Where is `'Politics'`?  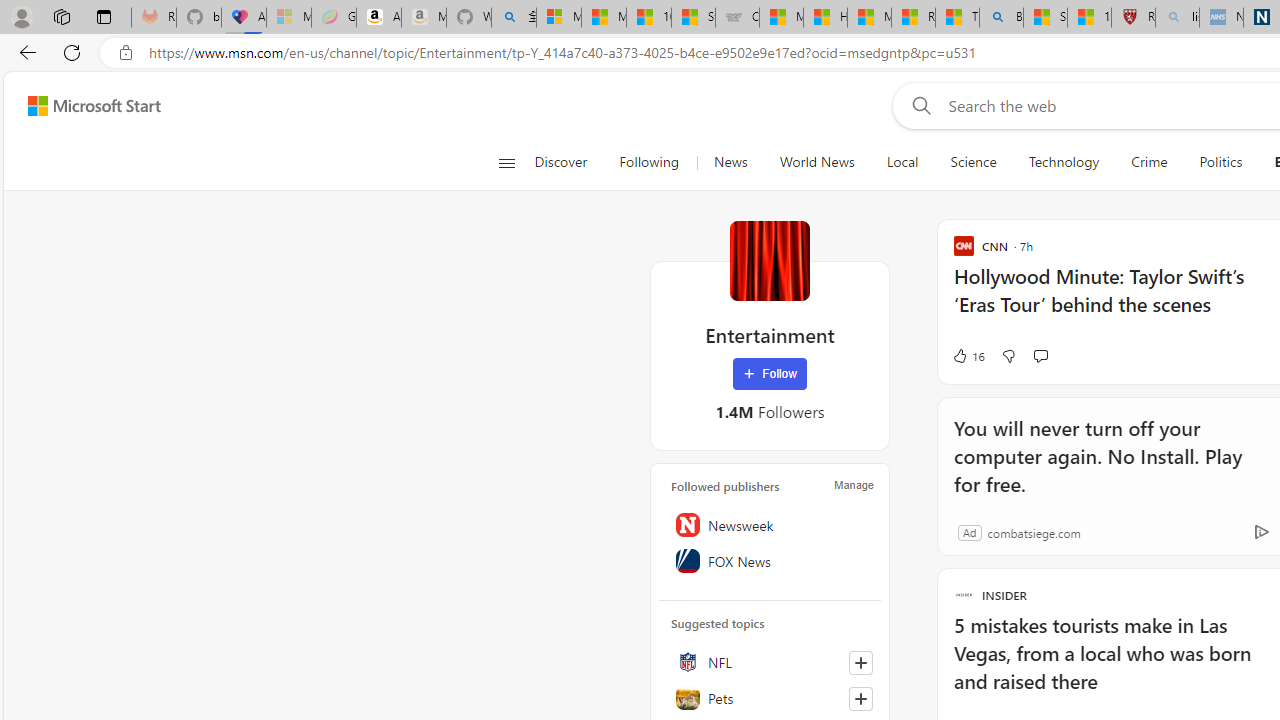
'Politics' is located at coordinates (1220, 162).